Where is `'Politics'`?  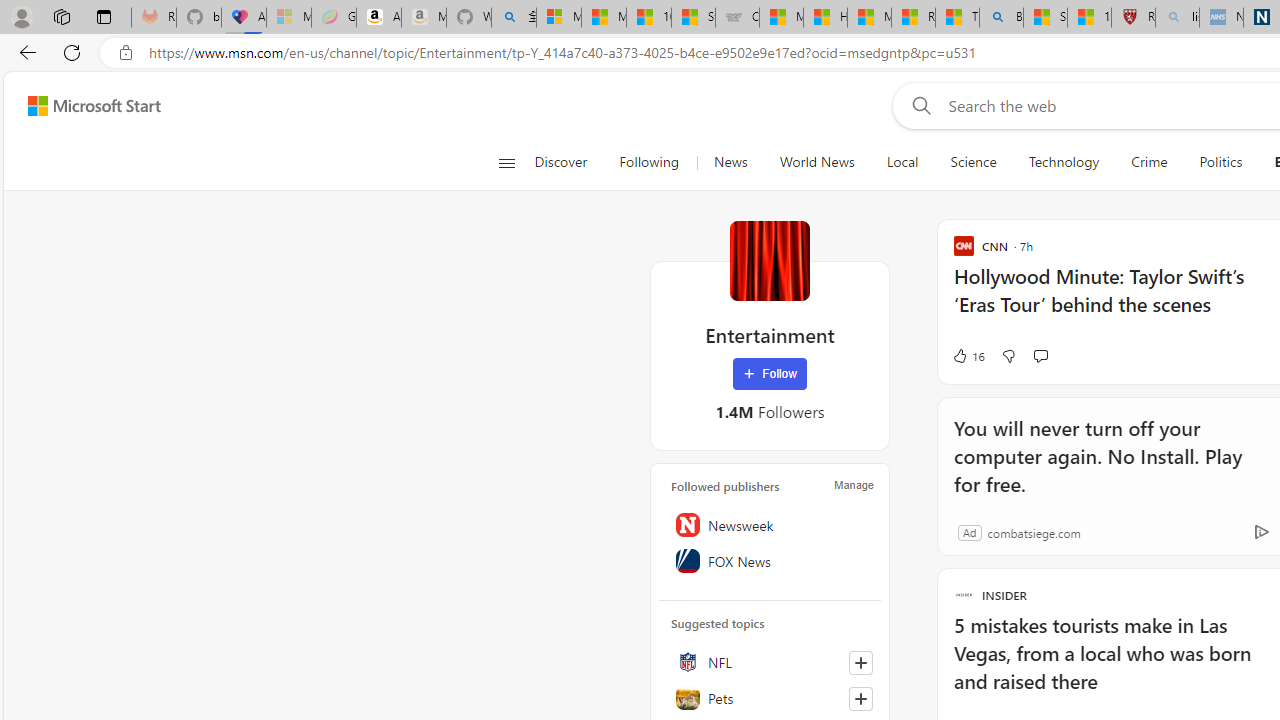
'Politics' is located at coordinates (1220, 162).